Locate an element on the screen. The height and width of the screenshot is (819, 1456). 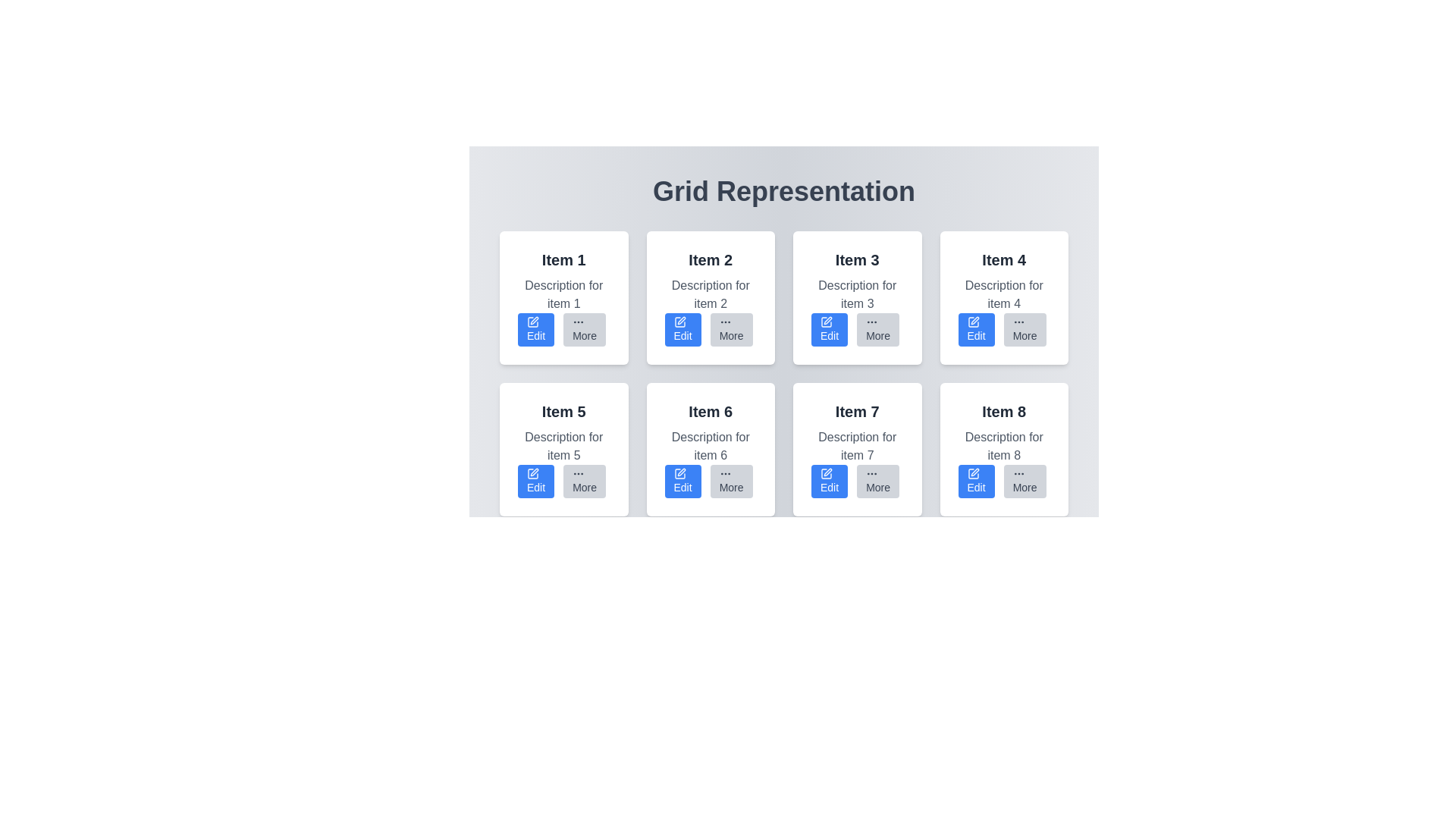
the primary heading or title text display located in the header section of the third card in the first row of the grid layout is located at coordinates (857, 259).